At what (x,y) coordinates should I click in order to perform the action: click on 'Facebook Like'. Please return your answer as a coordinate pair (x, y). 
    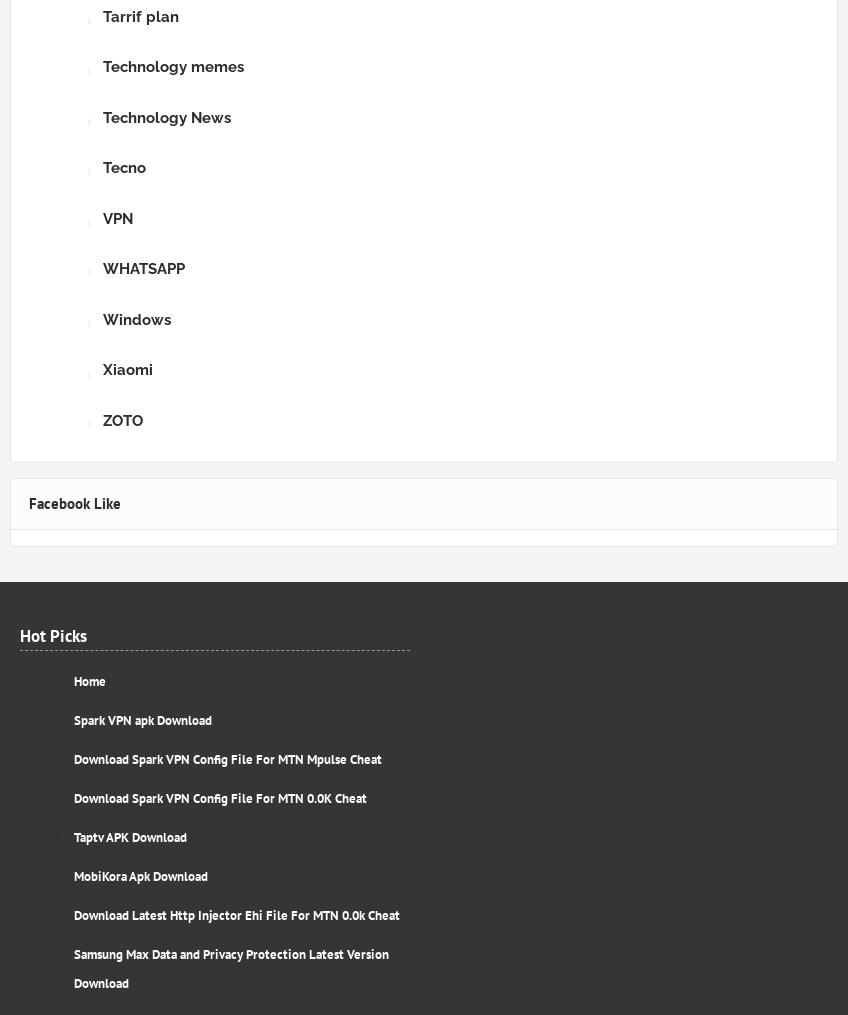
    Looking at the image, I should click on (74, 501).